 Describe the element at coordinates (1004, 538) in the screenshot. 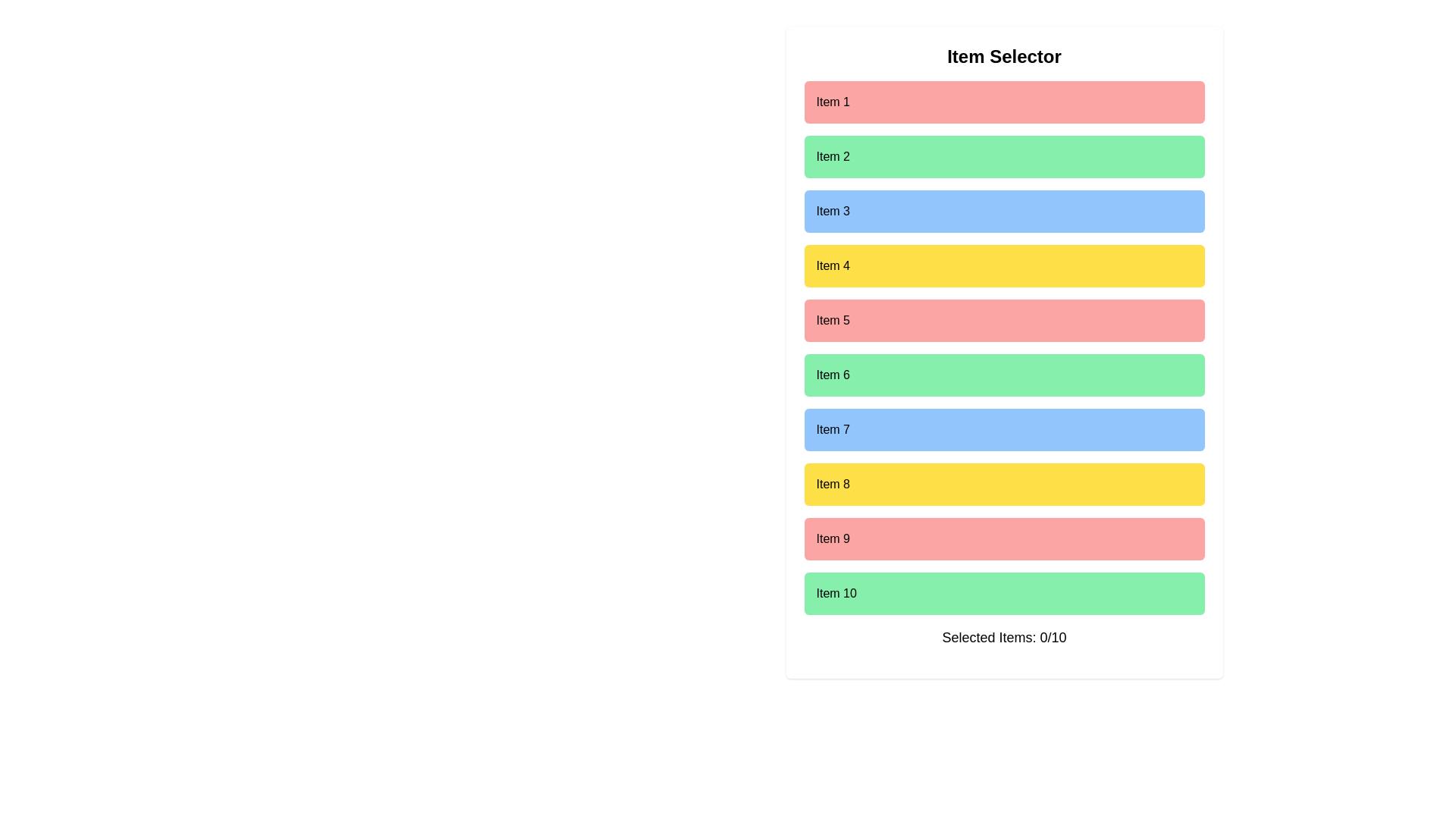

I see `the selectable list item labeled 'Item 9', which is a horizontally-oriented rectangular box with a light red background and rounded corners` at that location.